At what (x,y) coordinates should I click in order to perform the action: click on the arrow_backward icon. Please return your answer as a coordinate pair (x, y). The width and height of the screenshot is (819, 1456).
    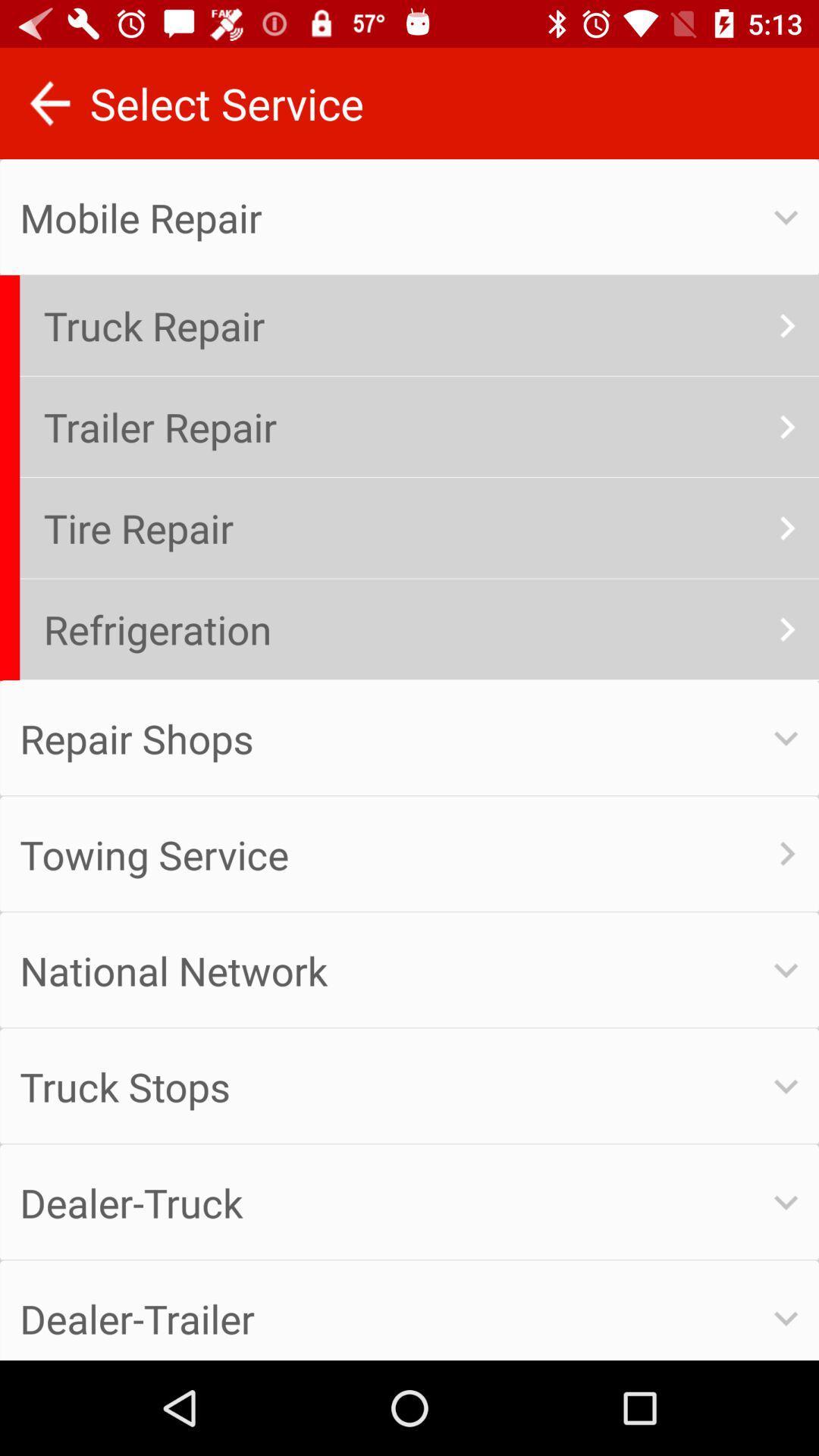
    Looking at the image, I should click on (49, 102).